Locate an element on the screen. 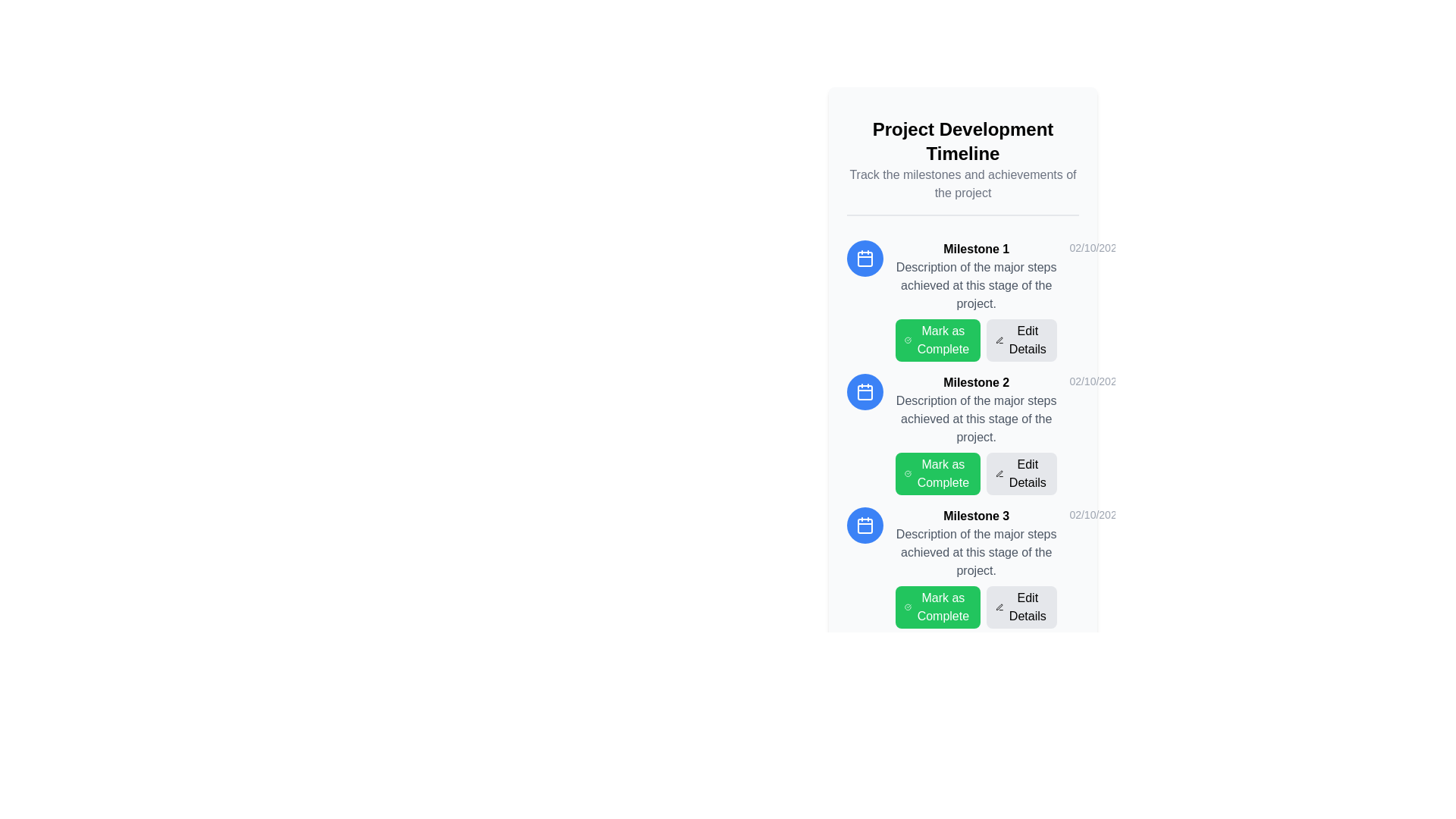 The height and width of the screenshot is (819, 1456). the text block that provides a descriptive overview of the progress or accomplishments related to 'Milestone 1', positioned below the 'Milestone 1' title and above the action buttons is located at coordinates (976, 286).